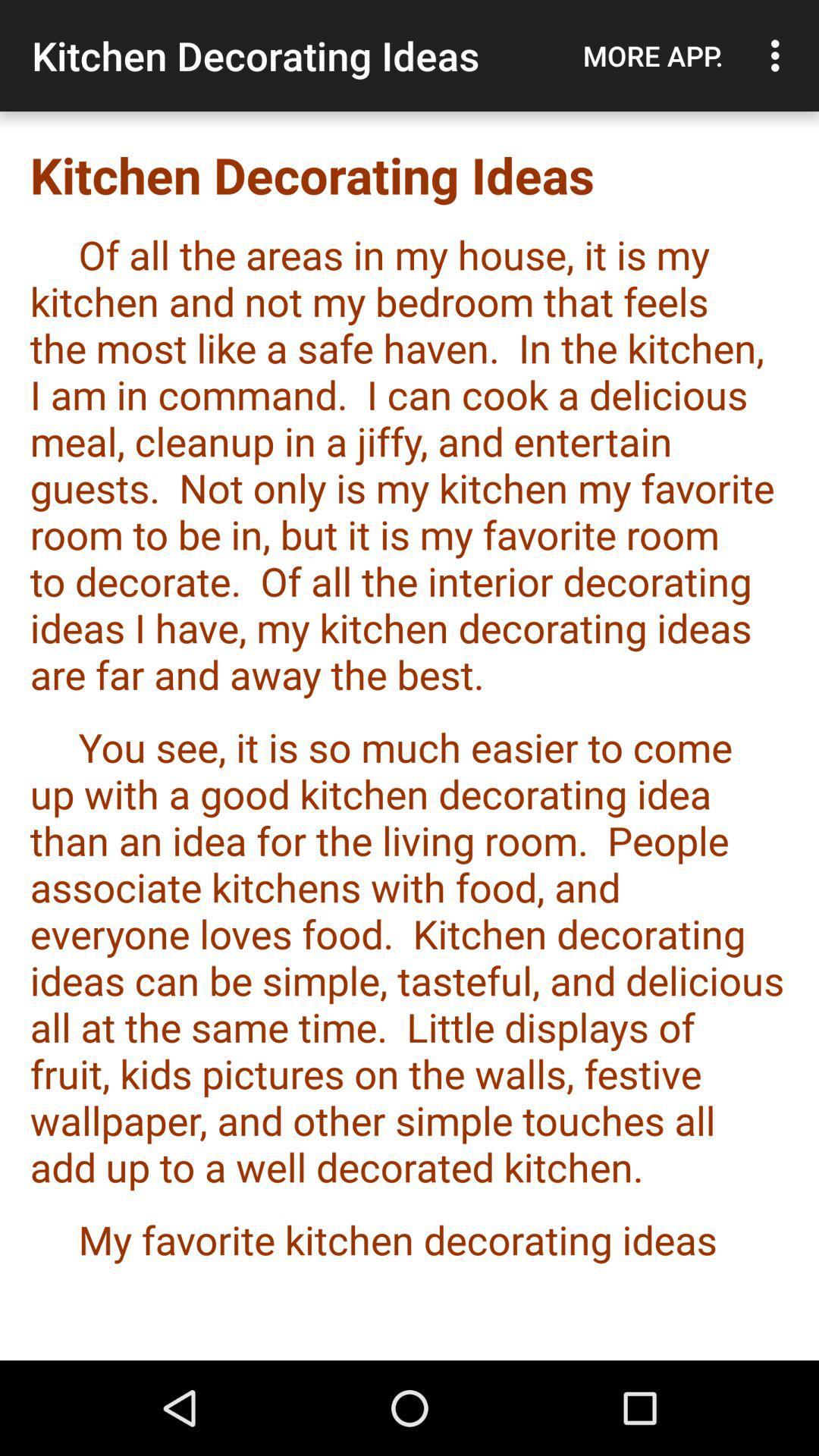 Image resolution: width=819 pixels, height=1456 pixels. What do you see at coordinates (779, 55) in the screenshot?
I see `the item next to more app. icon` at bounding box center [779, 55].